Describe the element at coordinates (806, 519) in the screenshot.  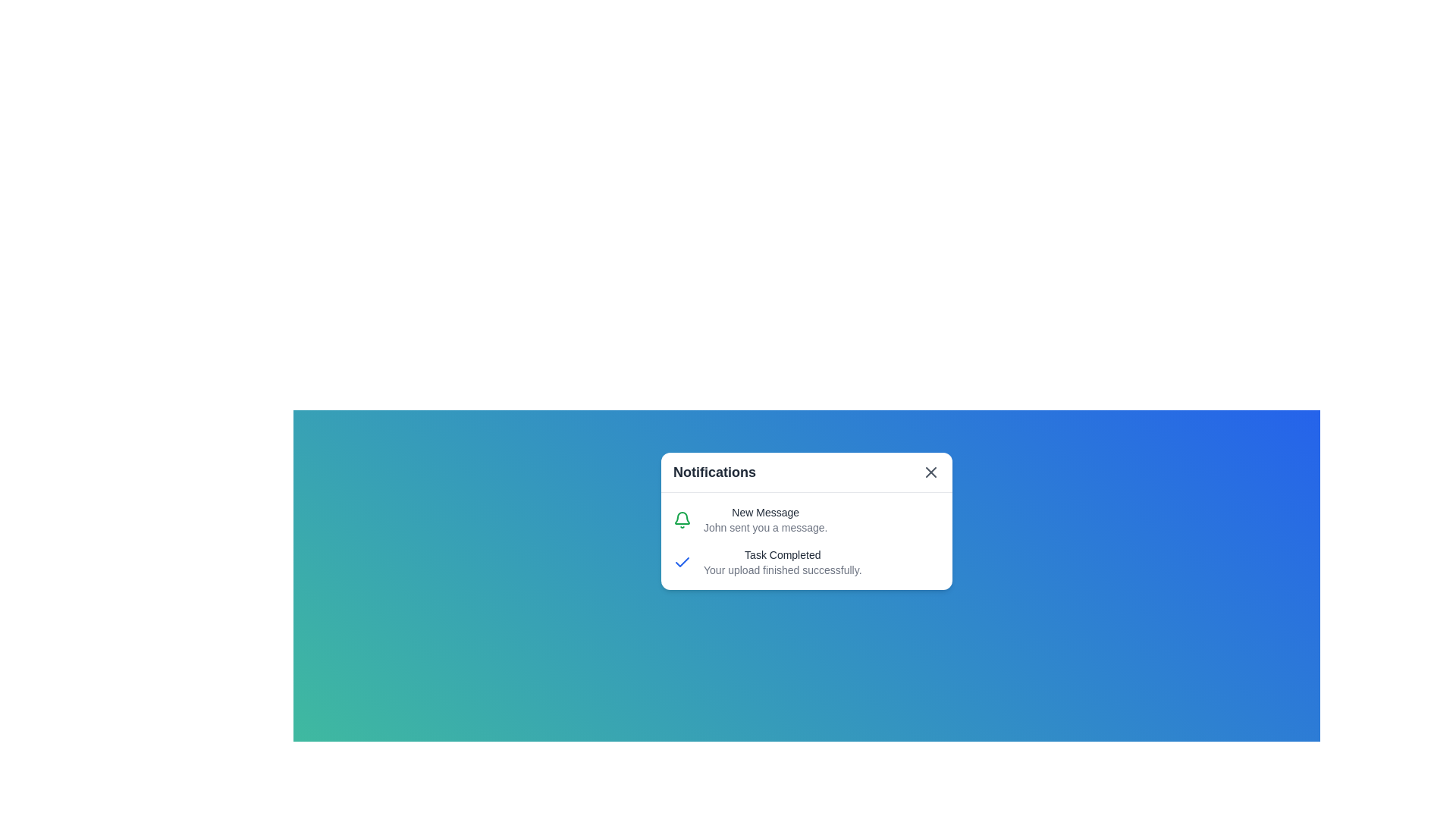
I see `details of the first notification item in the notification panel, which includes a green notification bell icon and the text 'New Message' followed by 'John sent you a message.'` at that location.